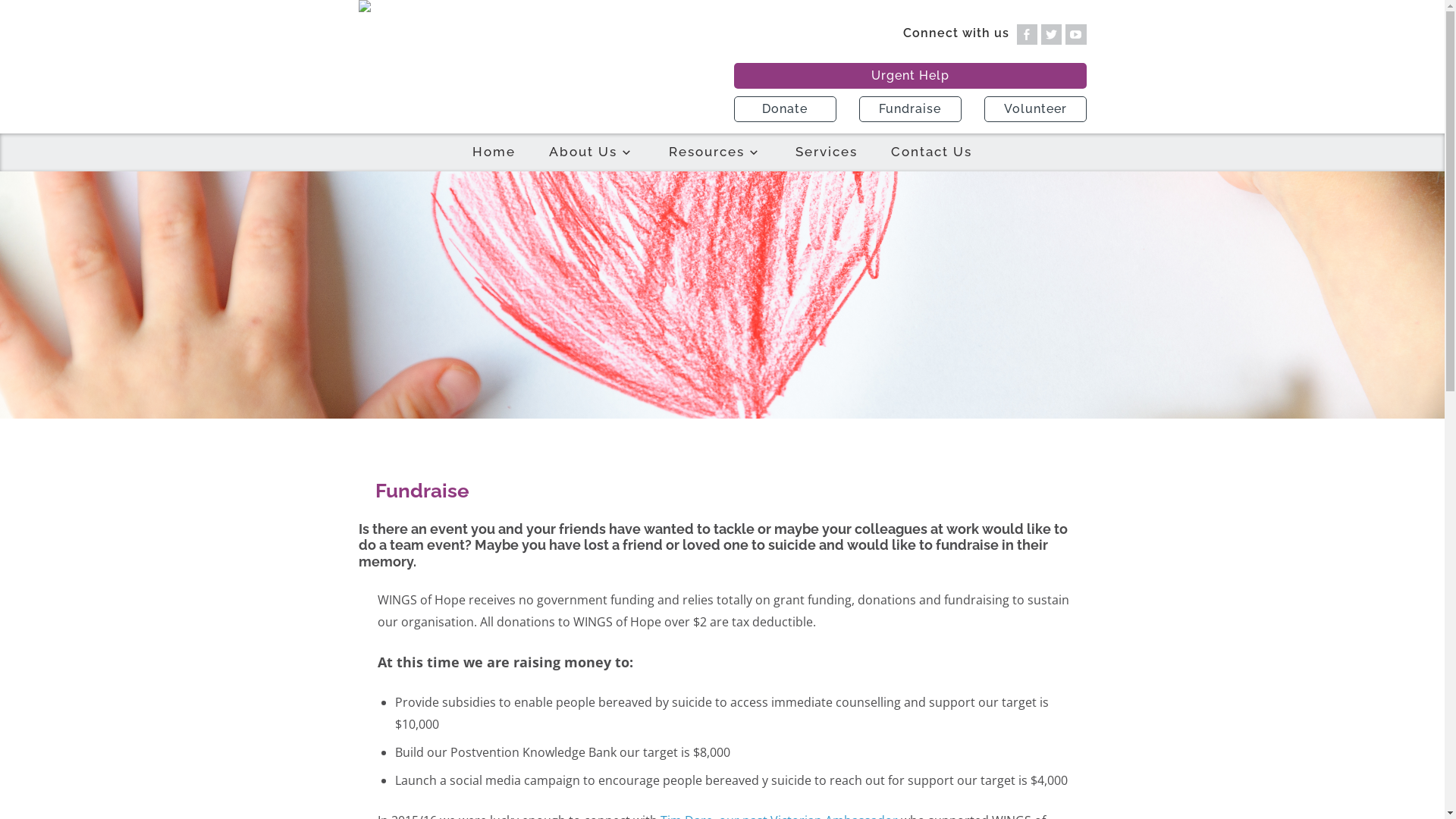  I want to click on 'Volunteer', so click(1034, 108).